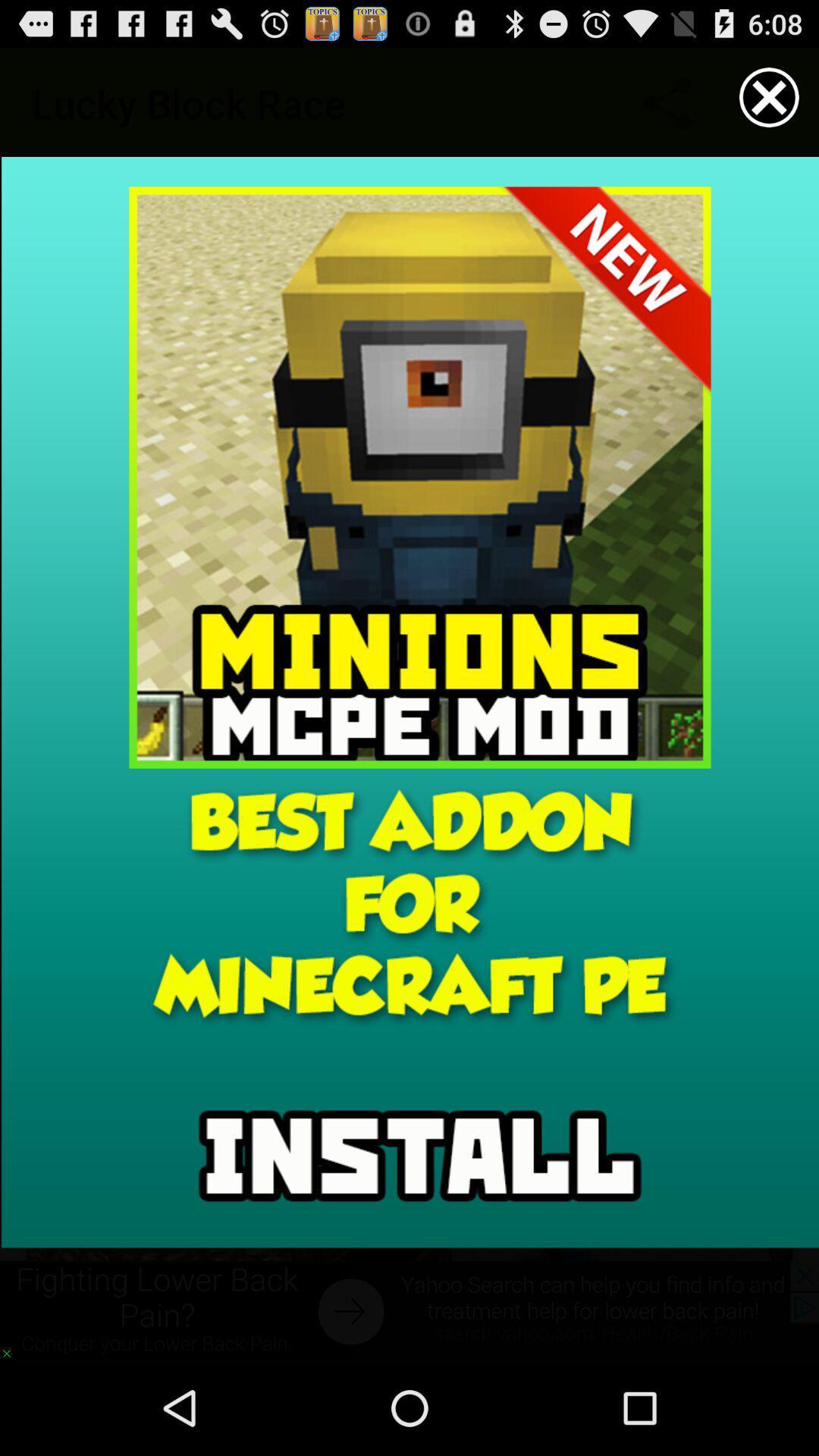 The width and height of the screenshot is (819, 1456). What do you see at coordinates (769, 103) in the screenshot?
I see `the close icon` at bounding box center [769, 103].